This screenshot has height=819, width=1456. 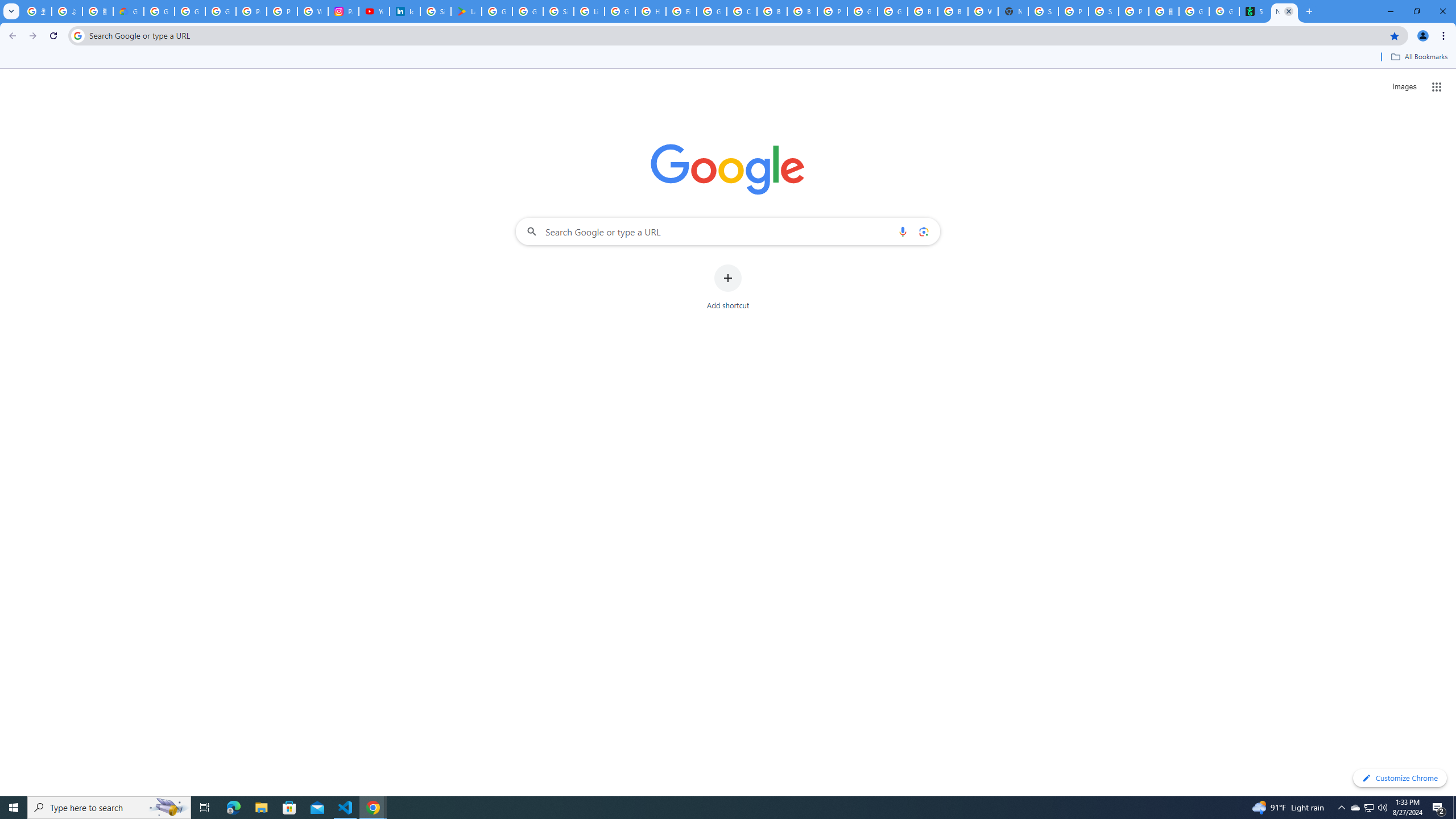 I want to click on 'Privacy Help Center - Policies Help', so click(x=251, y=11).